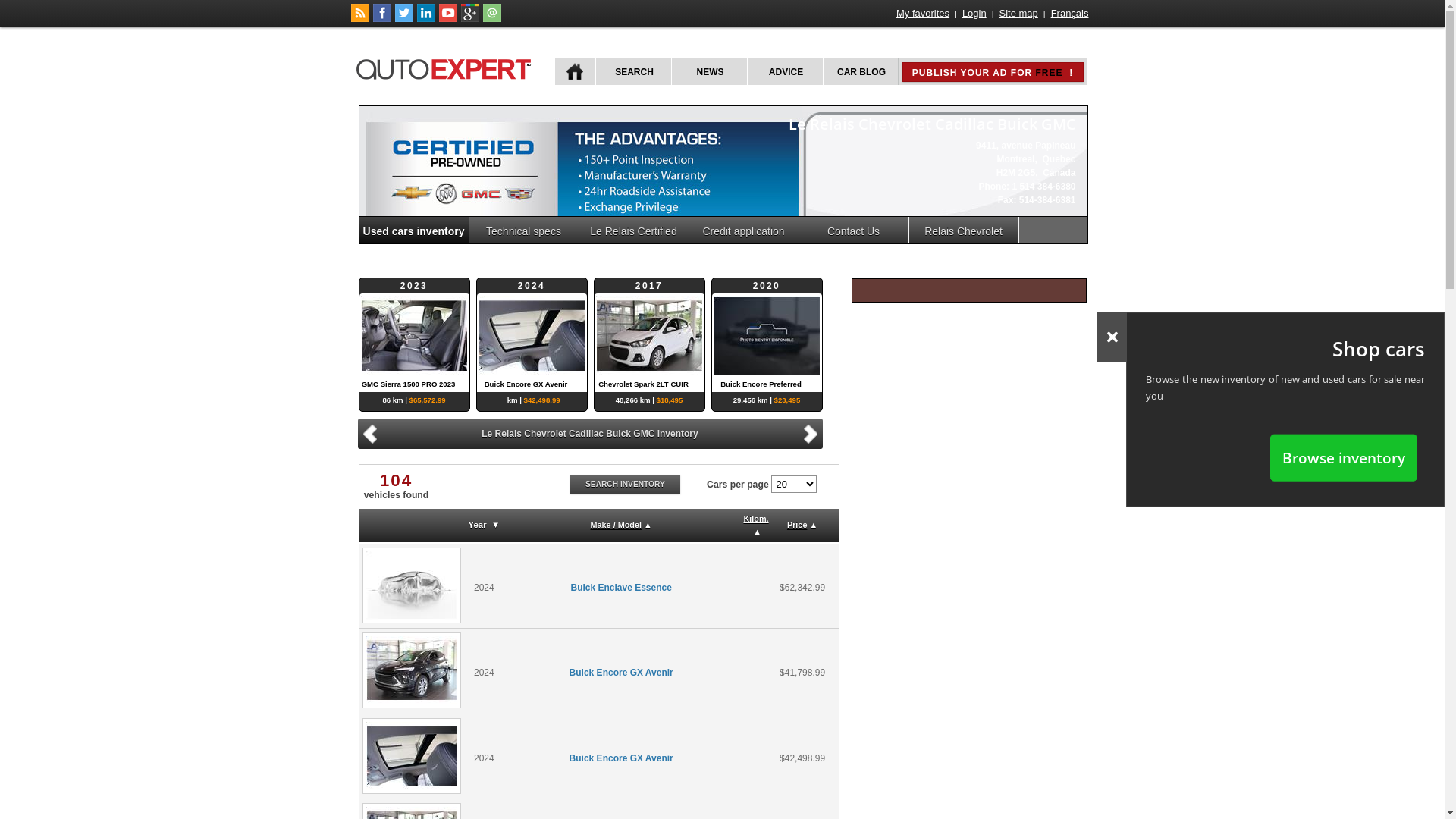 The image size is (1456, 819). I want to click on 'Follow autoExpert.ca on Google Plus', so click(469, 18).